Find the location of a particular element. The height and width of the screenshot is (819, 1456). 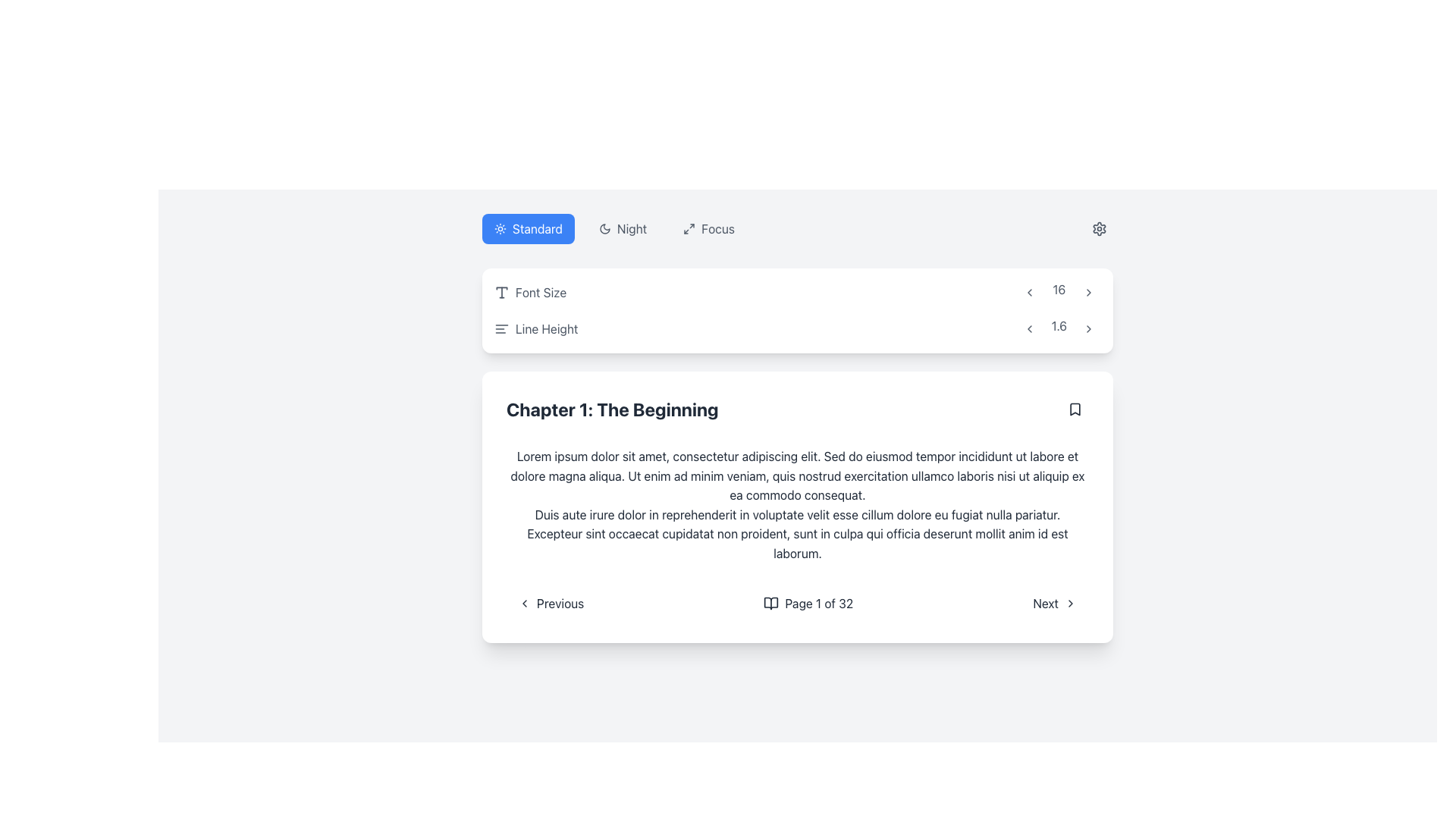

the gear-shaped icon located at the top-right corner of the interface is located at coordinates (1099, 228).